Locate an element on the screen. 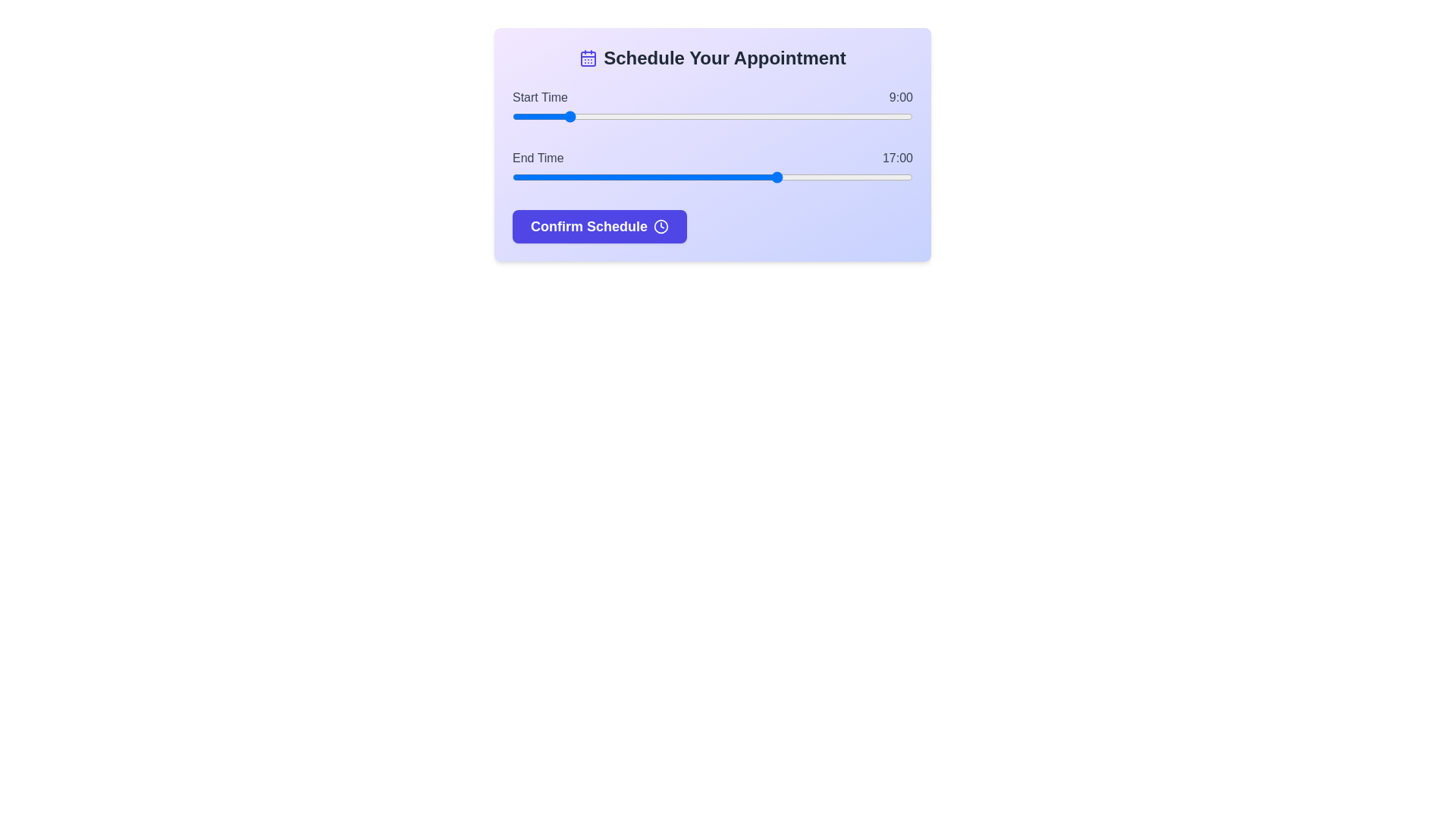  the end time slider to 13 hours is located at coordinates (672, 177).